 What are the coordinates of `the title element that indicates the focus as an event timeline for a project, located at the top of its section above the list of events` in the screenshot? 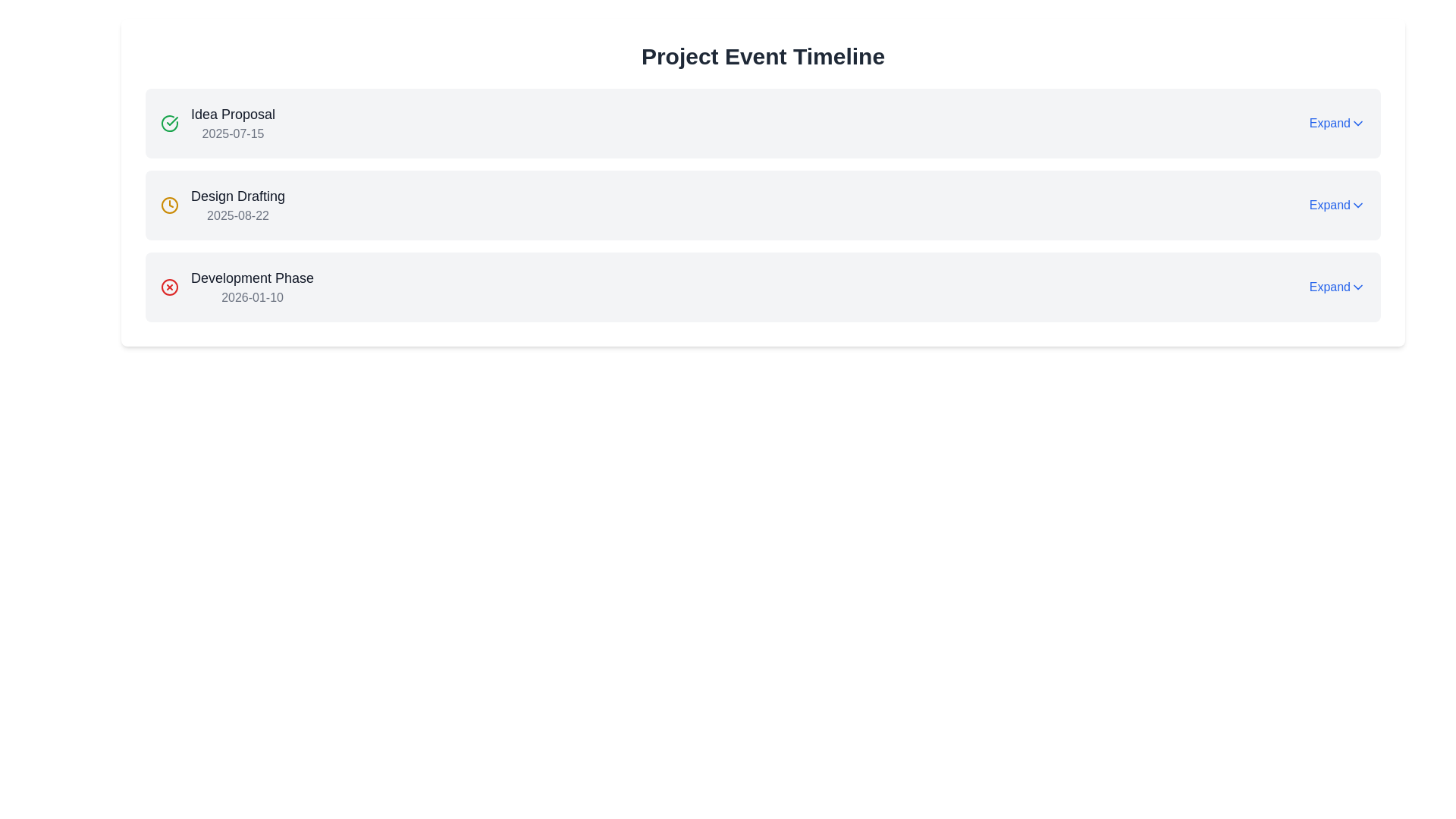 It's located at (763, 55).